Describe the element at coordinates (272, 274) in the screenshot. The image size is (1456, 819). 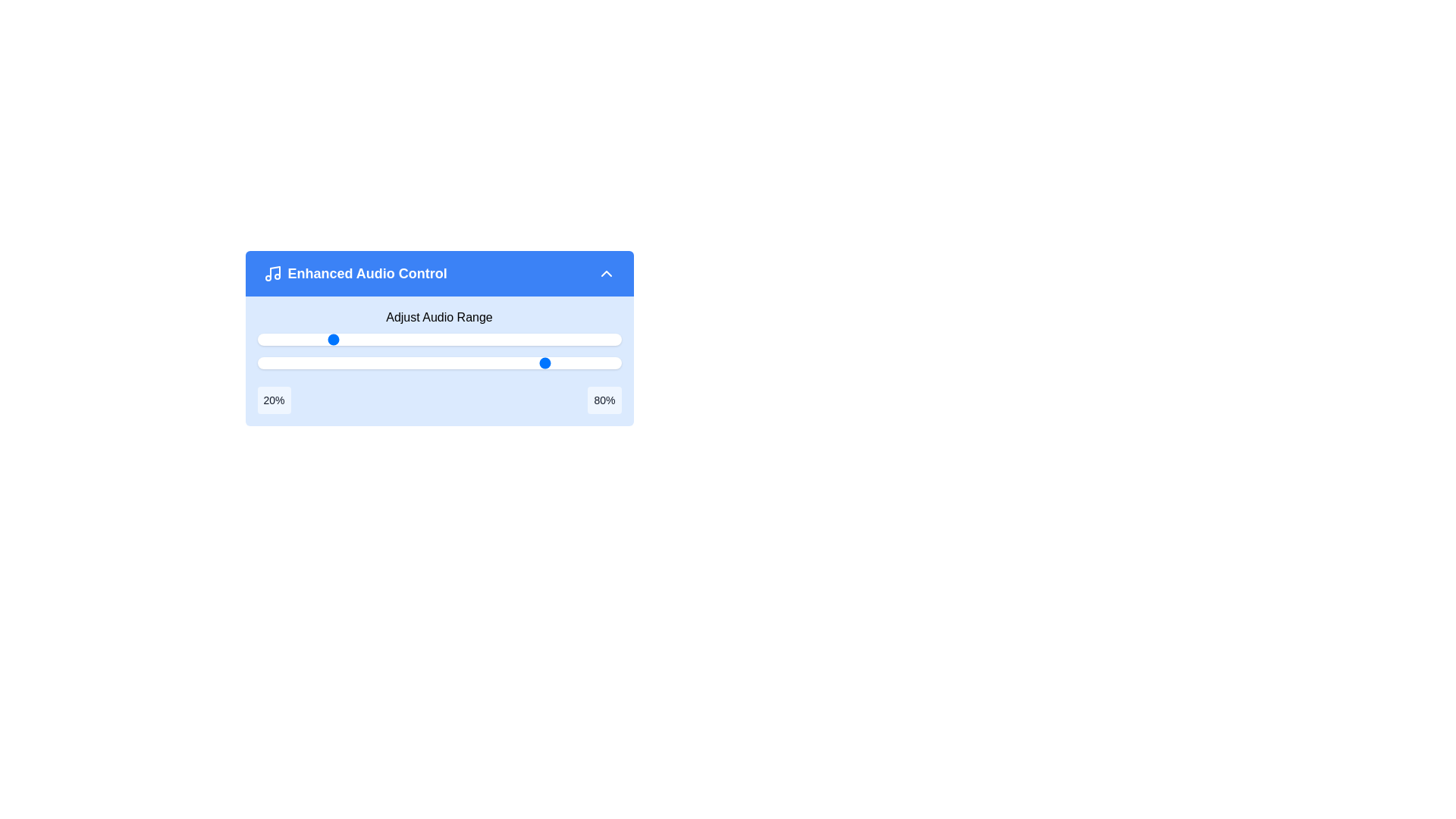
I see `the audio/music icon located in the top-left corner of the 'Enhanced Audio Control' interface, positioned immediately to the left of the text label` at that location.